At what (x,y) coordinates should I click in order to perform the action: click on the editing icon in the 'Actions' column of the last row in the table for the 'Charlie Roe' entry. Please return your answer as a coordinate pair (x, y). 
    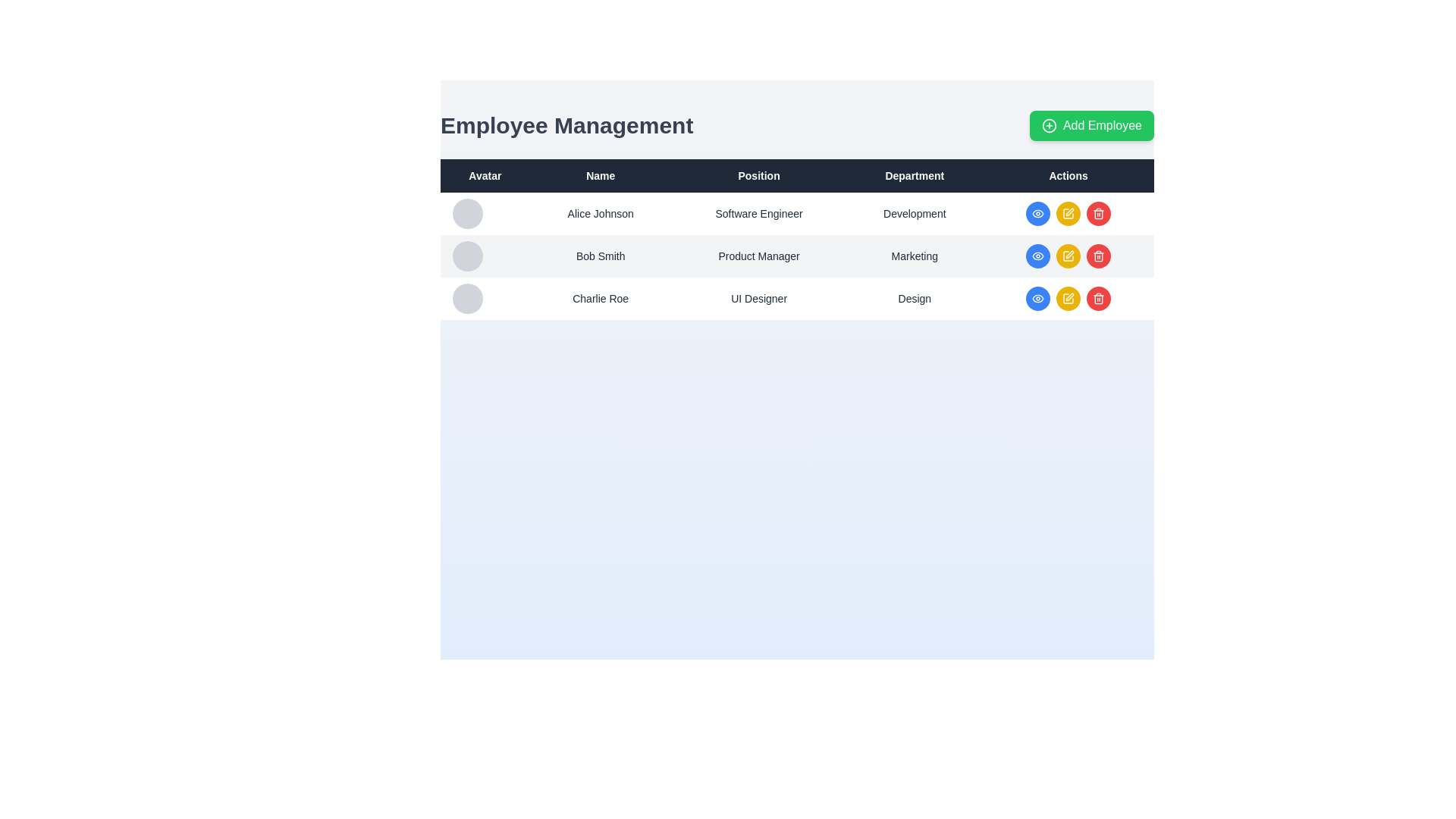
    Looking at the image, I should click on (1068, 256).